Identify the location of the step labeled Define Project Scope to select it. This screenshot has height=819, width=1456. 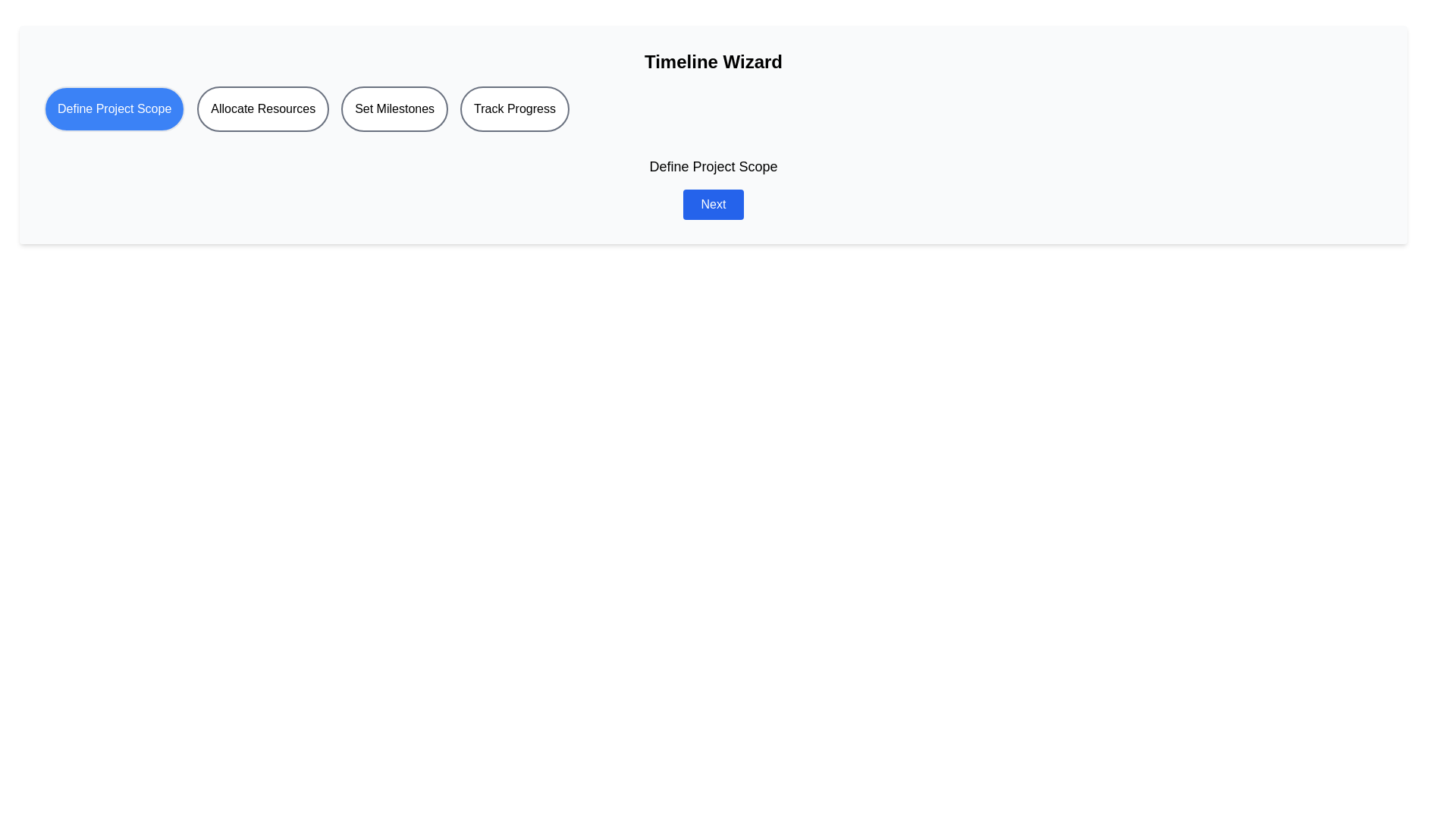
(113, 108).